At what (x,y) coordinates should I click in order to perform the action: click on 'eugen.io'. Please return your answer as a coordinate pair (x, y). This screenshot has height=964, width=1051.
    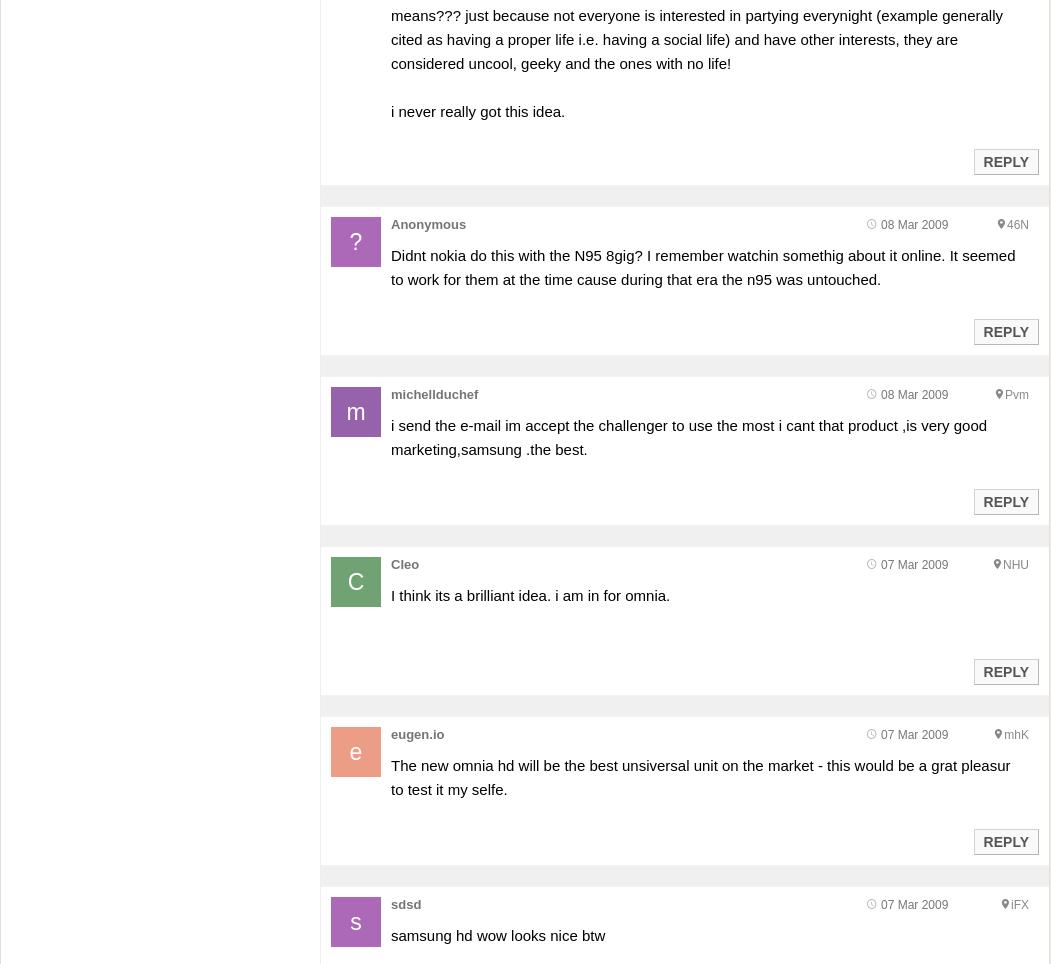
    Looking at the image, I should click on (417, 733).